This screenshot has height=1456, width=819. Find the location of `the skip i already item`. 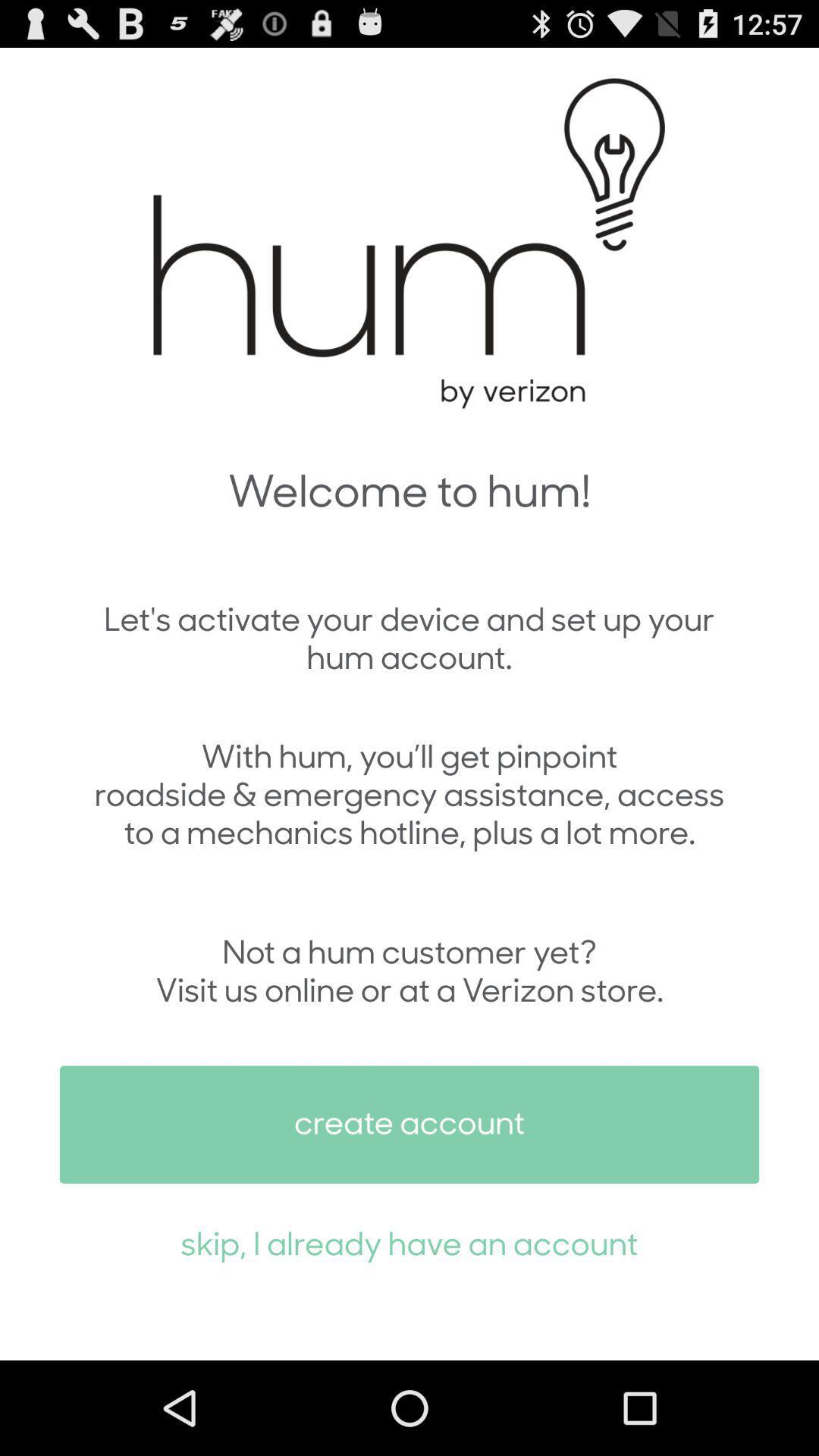

the skip i already item is located at coordinates (409, 1242).